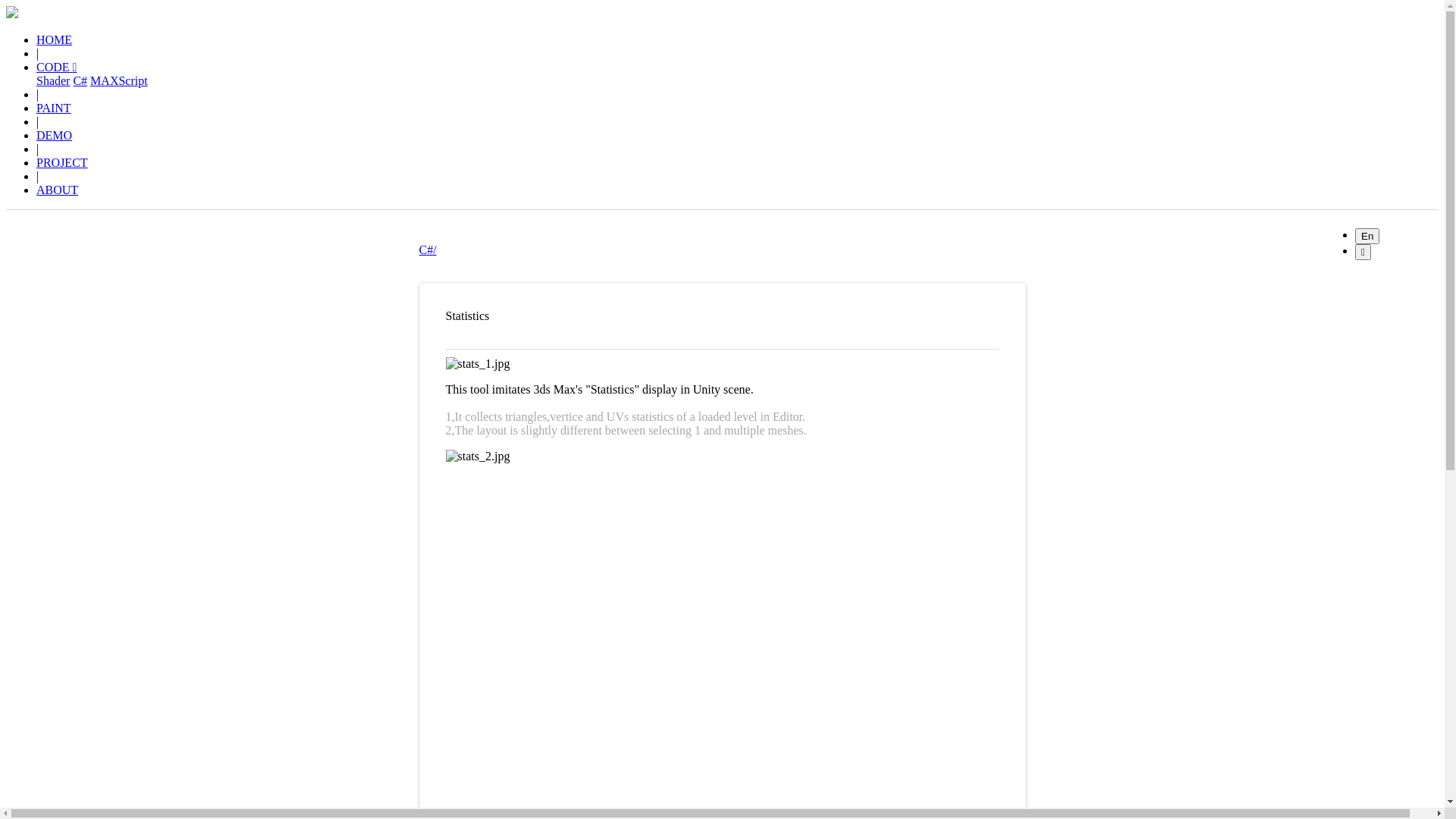 This screenshot has height=819, width=1456. What do you see at coordinates (54, 107) in the screenshot?
I see `'PAINT'` at bounding box center [54, 107].